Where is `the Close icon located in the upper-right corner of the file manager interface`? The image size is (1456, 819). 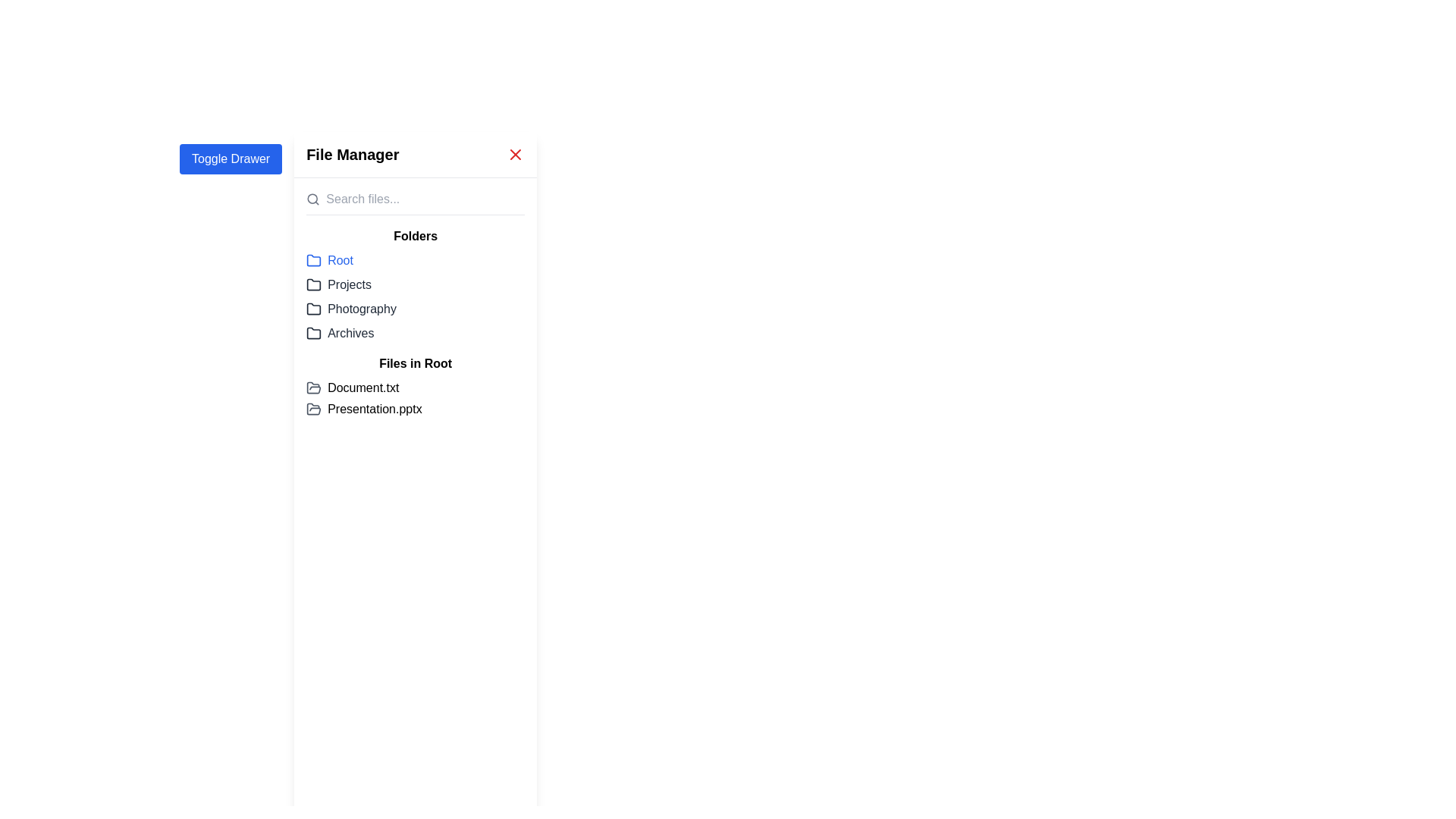 the Close icon located in the upper-right corner of the file manager interface is located at coordinates (516, 155).